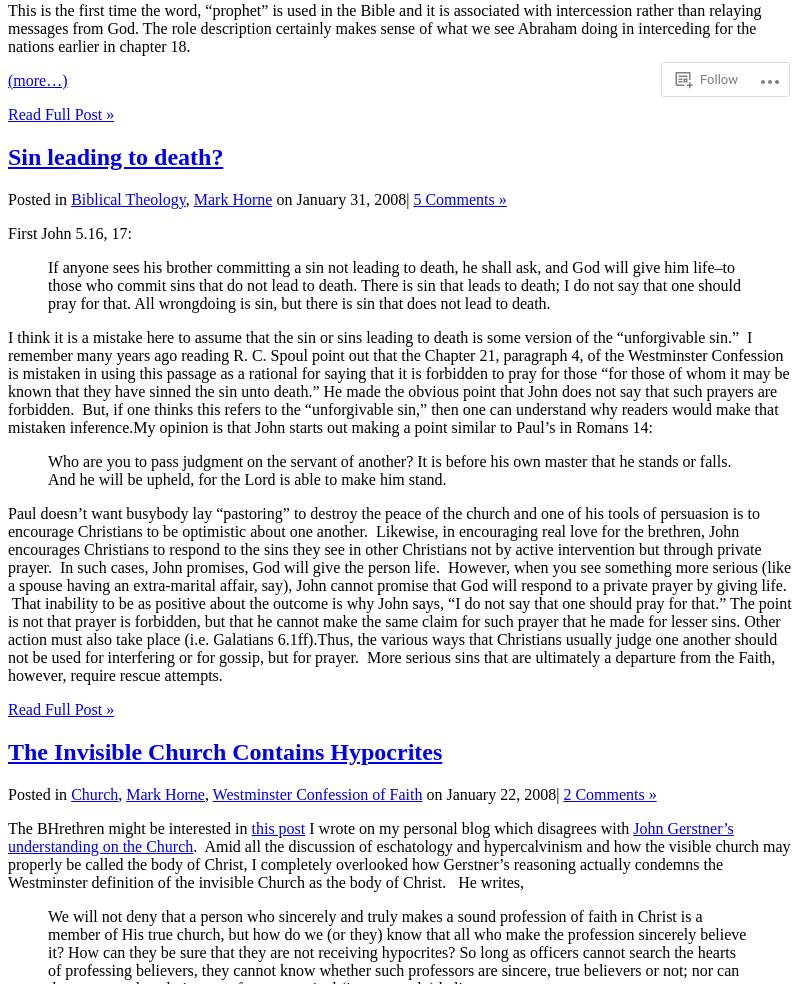 The image size is (800, 984). Describe the element at coordinates (393, 283) in the screenshot. I see `'If anyone sees his brother committing a sin not leading to death, he shall ask, and God will give him life–to those who commit sins that do not lead to death. There is sin that leads to death; I do not say that one should pray for that. All wrongdoing is sin, but there is sin that does not lead to death.'` at that location.